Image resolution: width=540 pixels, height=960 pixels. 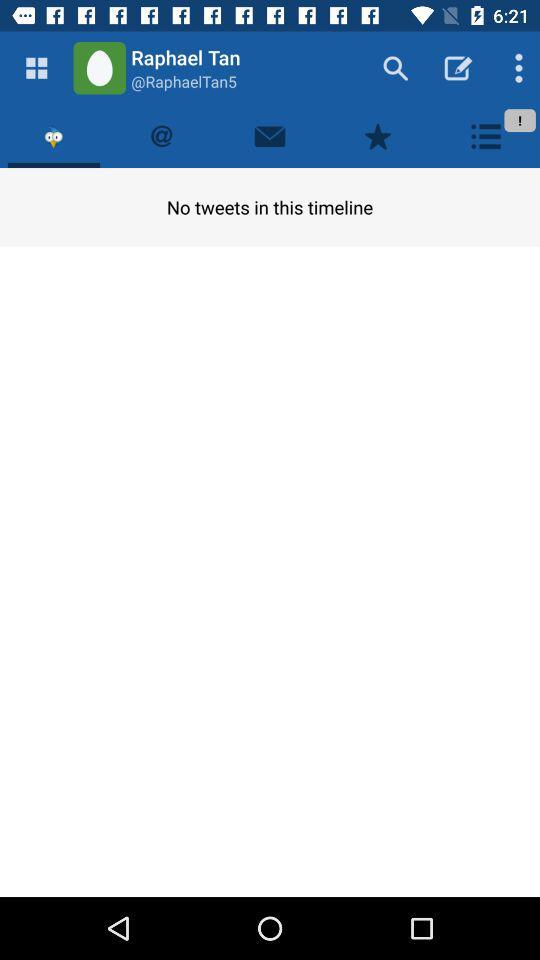 What do you see at coordinates (378, 135) in the screenshot?
I see `personal favorites` at bounding box center [378, 135].